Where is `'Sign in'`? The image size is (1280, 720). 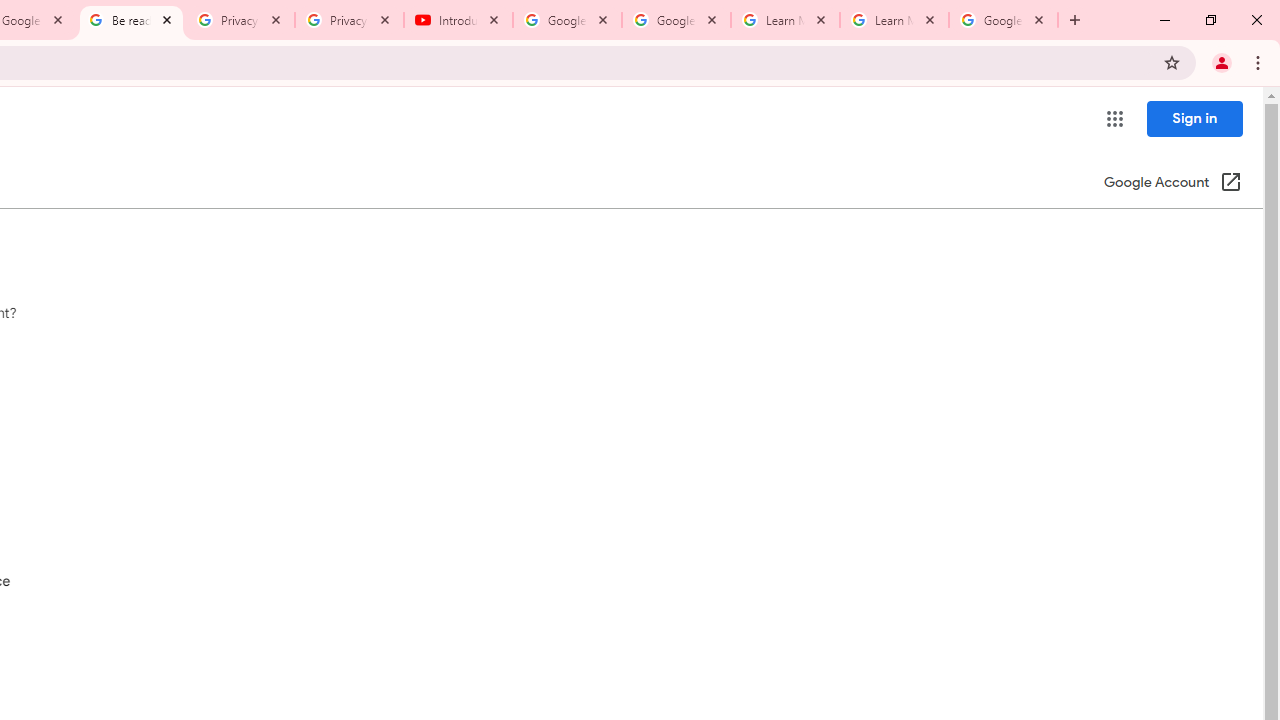
'Sign in' is located at coordinates (1194, 118).